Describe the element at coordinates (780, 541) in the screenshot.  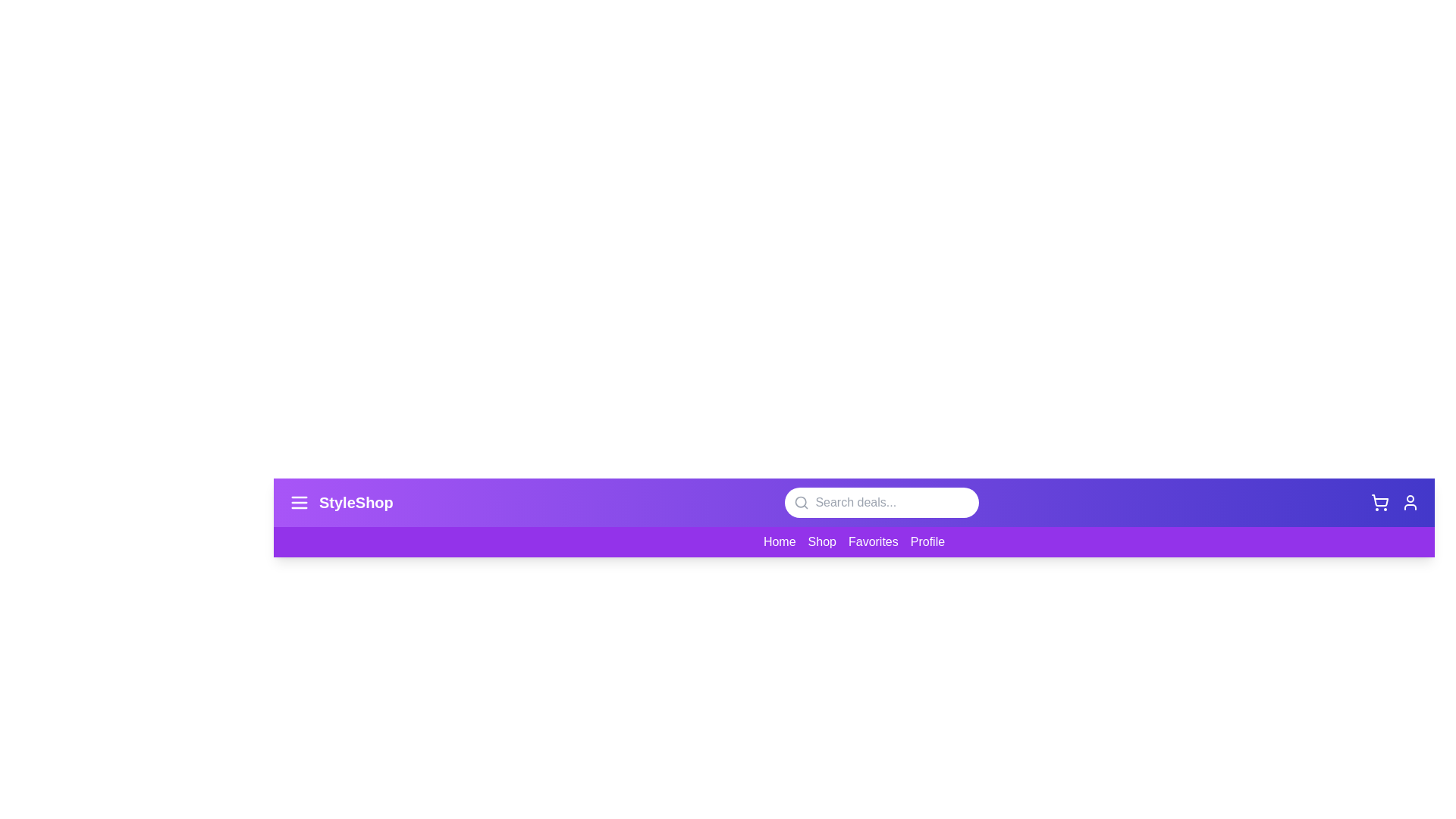
I see `the 'Home' link in the navigation bar to navigate to the homepage` at that location.